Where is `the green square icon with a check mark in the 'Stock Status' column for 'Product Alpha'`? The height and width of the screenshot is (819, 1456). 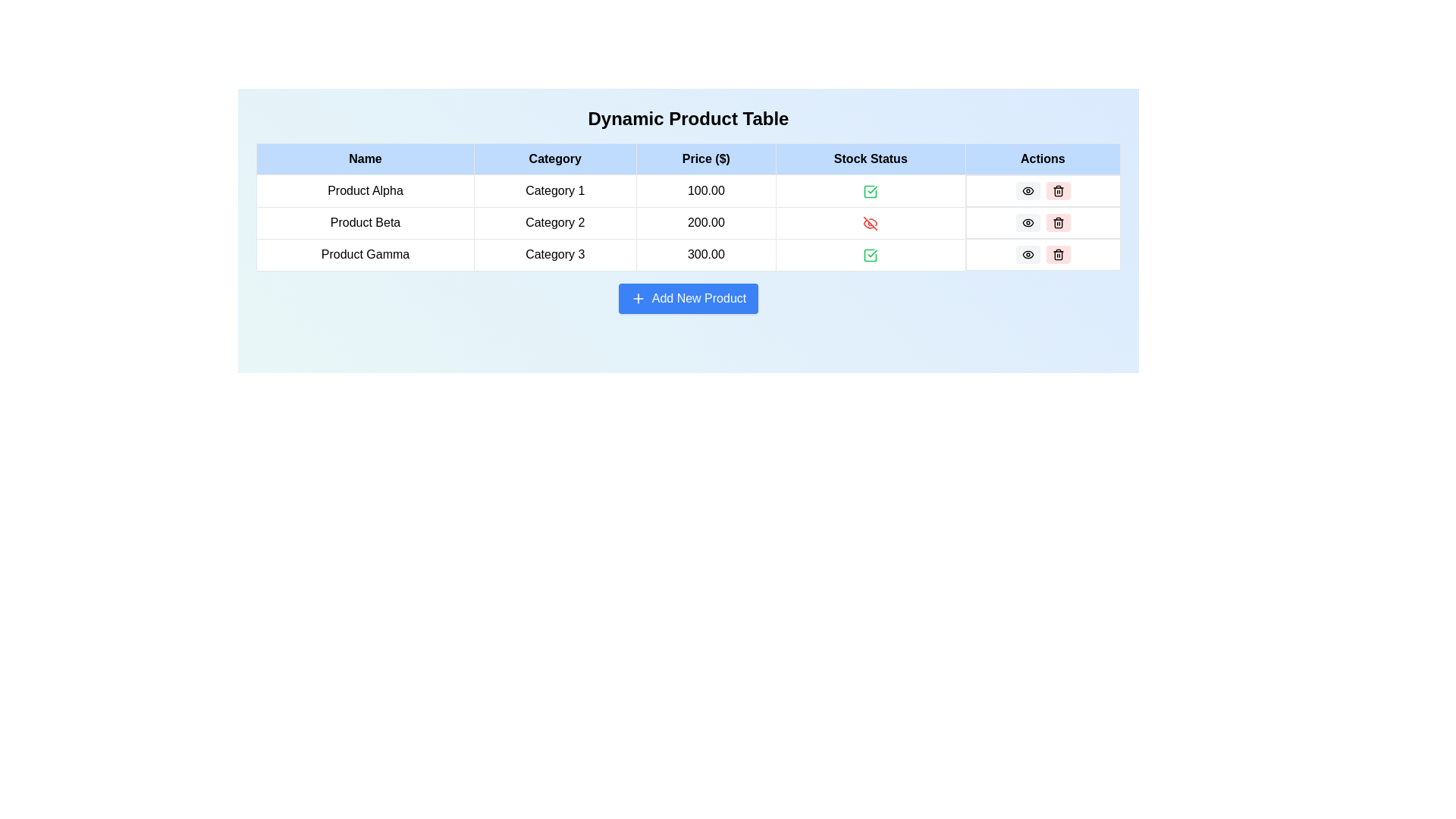 the green square icon with a check mark in the 'Stock Status' column for 'Product Alpha' is located at coordinates (871, 190).